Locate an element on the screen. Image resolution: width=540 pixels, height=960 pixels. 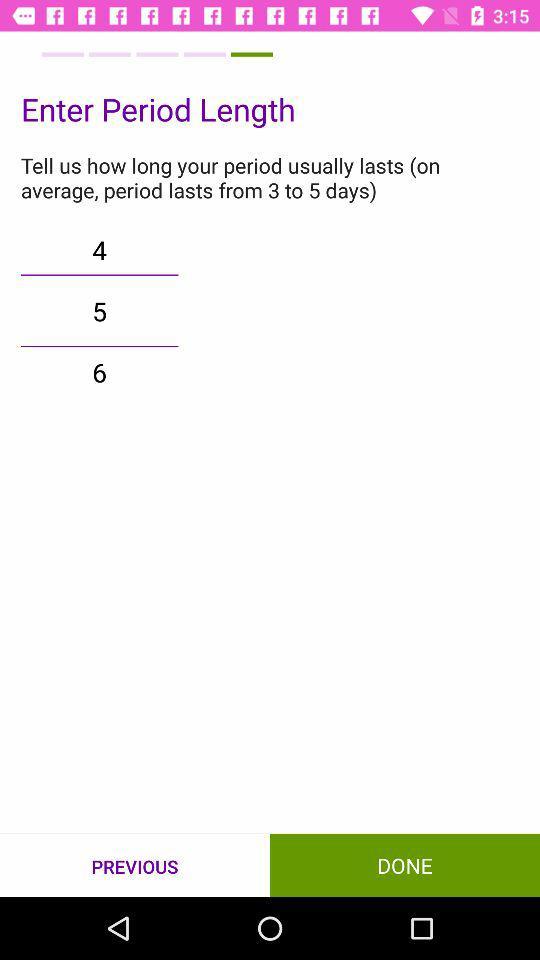
previous item is located at coordinates (135, 865).